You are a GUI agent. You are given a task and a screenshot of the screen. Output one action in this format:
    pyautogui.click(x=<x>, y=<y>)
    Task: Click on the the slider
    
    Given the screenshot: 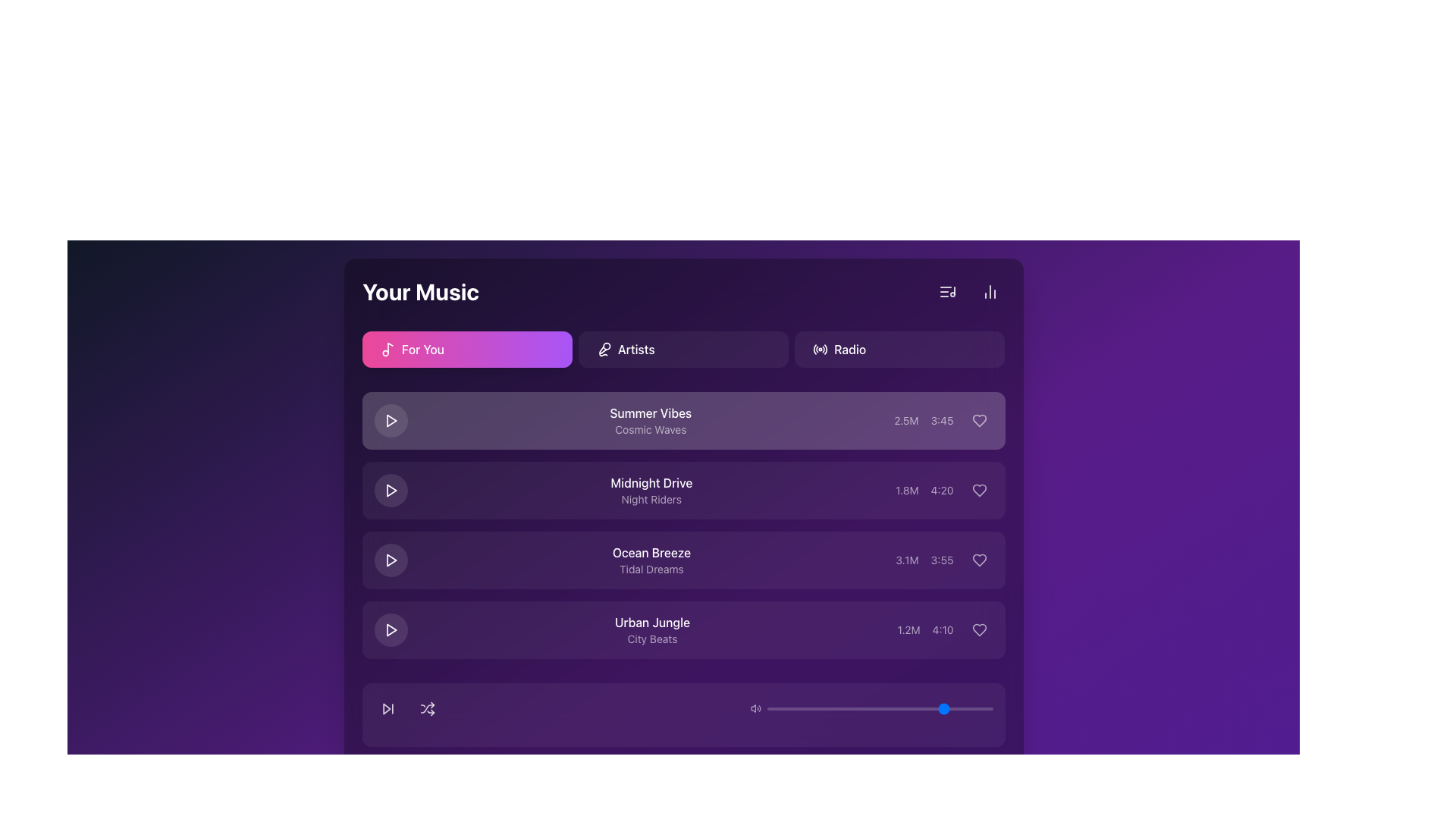 What is the action you would take?
    pyautogui.click(x=882, y=708)
    